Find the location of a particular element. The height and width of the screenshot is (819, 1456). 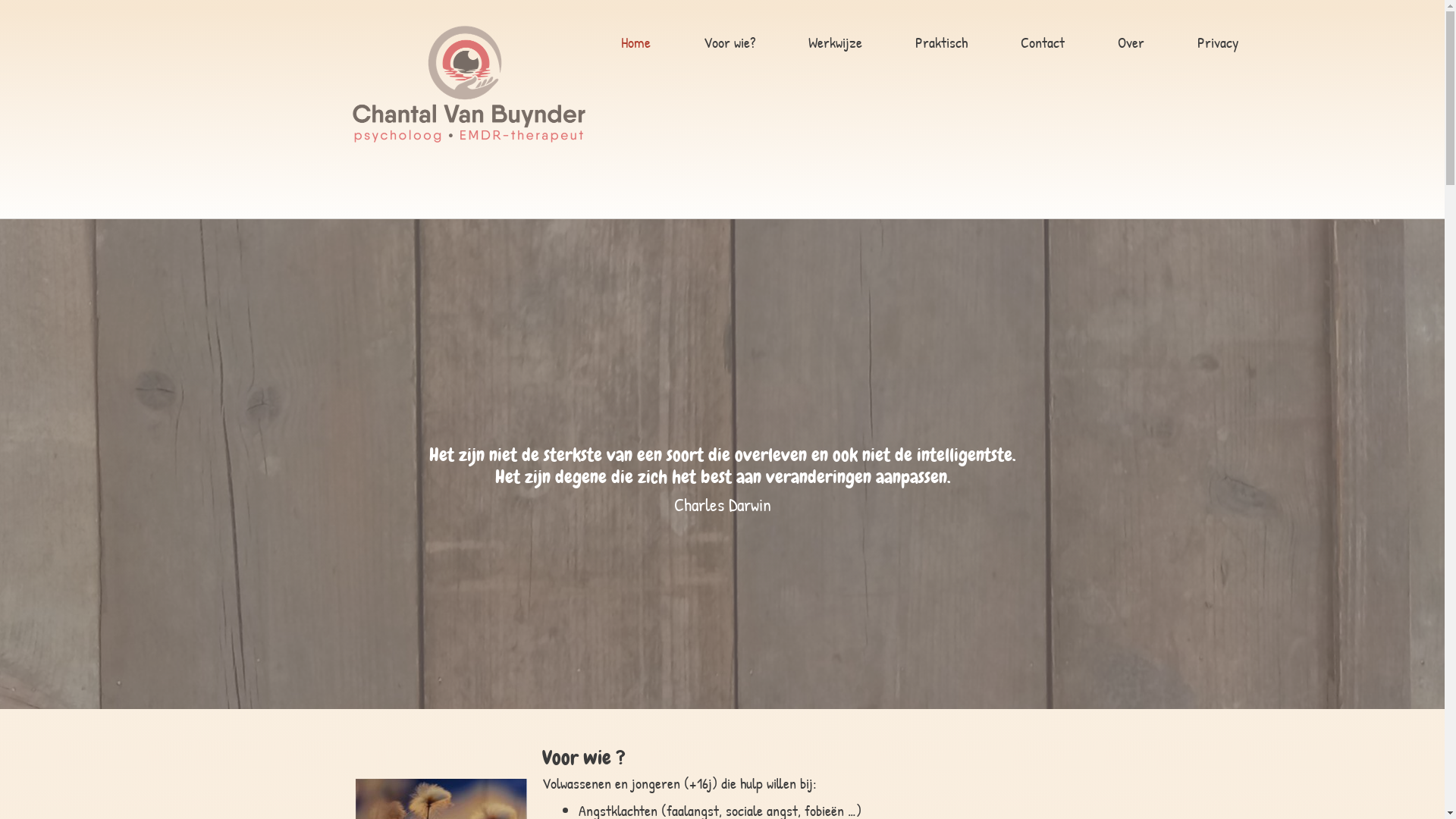

'Home' is located at coordinates (635, 42).